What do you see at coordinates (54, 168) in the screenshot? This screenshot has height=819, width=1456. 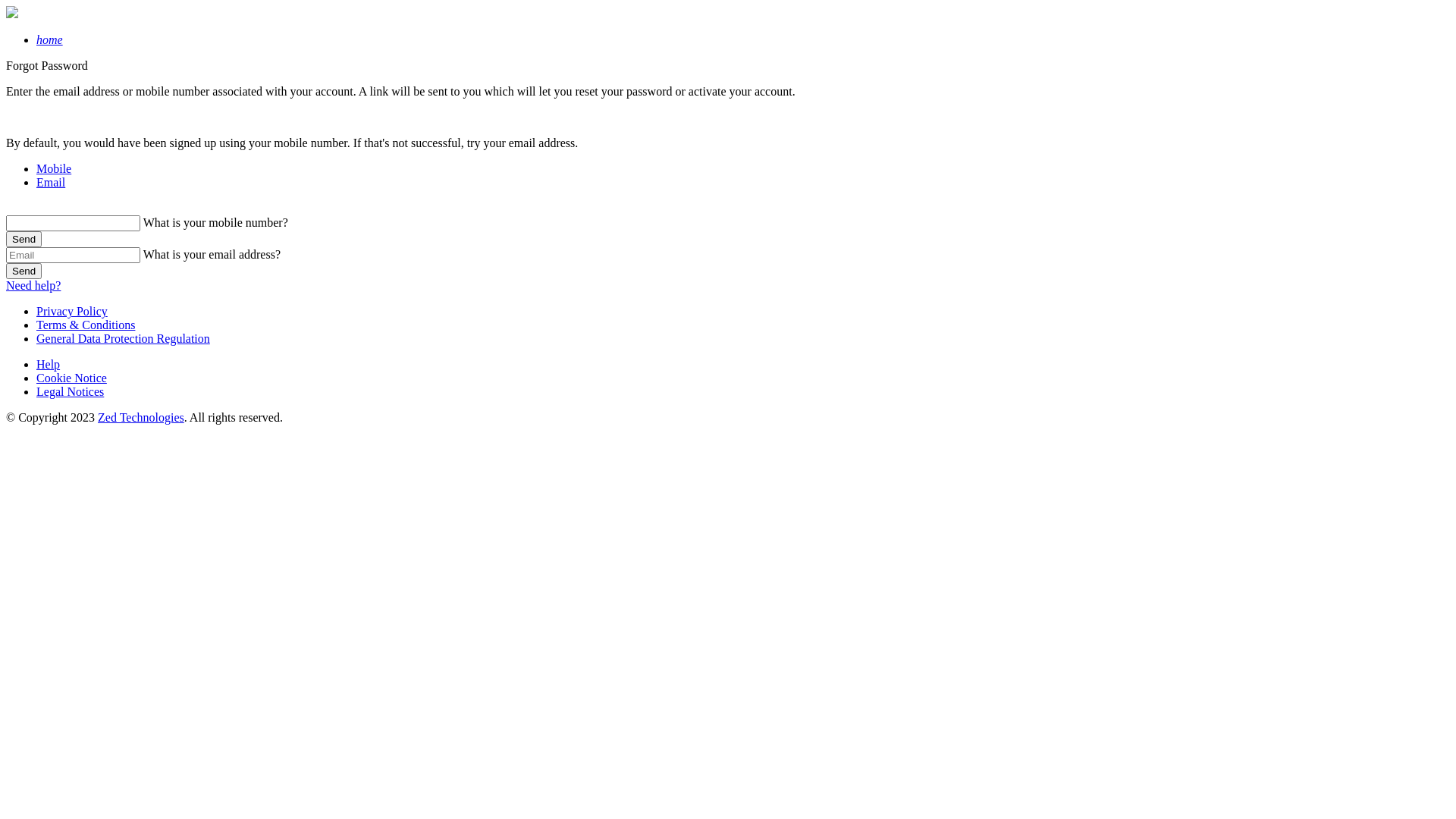 I see `'Mobile'` at bounding box center [54, 168].